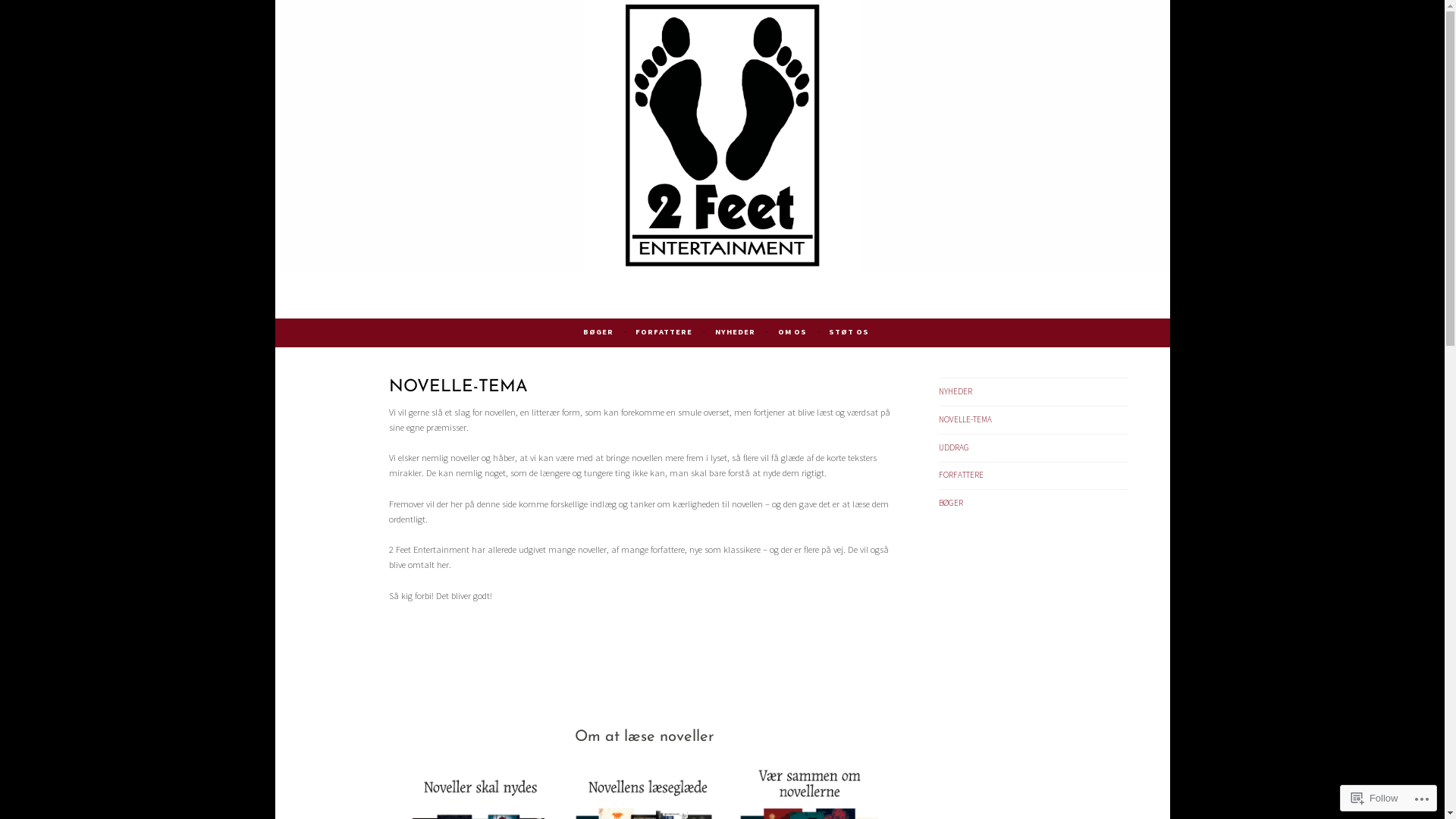  Describe the element at coordinates (792, 331) in the screenshot. I see `'OM OS'` at that location.